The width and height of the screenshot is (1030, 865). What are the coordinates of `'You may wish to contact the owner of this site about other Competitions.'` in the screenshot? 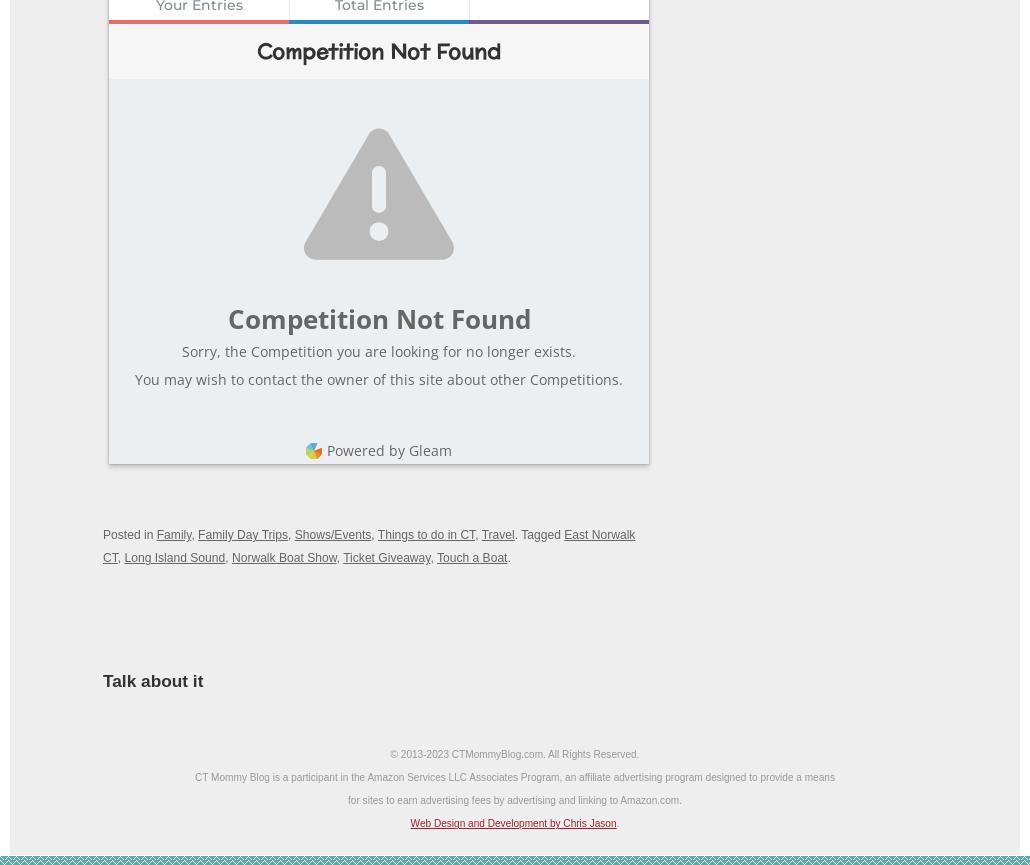 It's located at (379, 378).